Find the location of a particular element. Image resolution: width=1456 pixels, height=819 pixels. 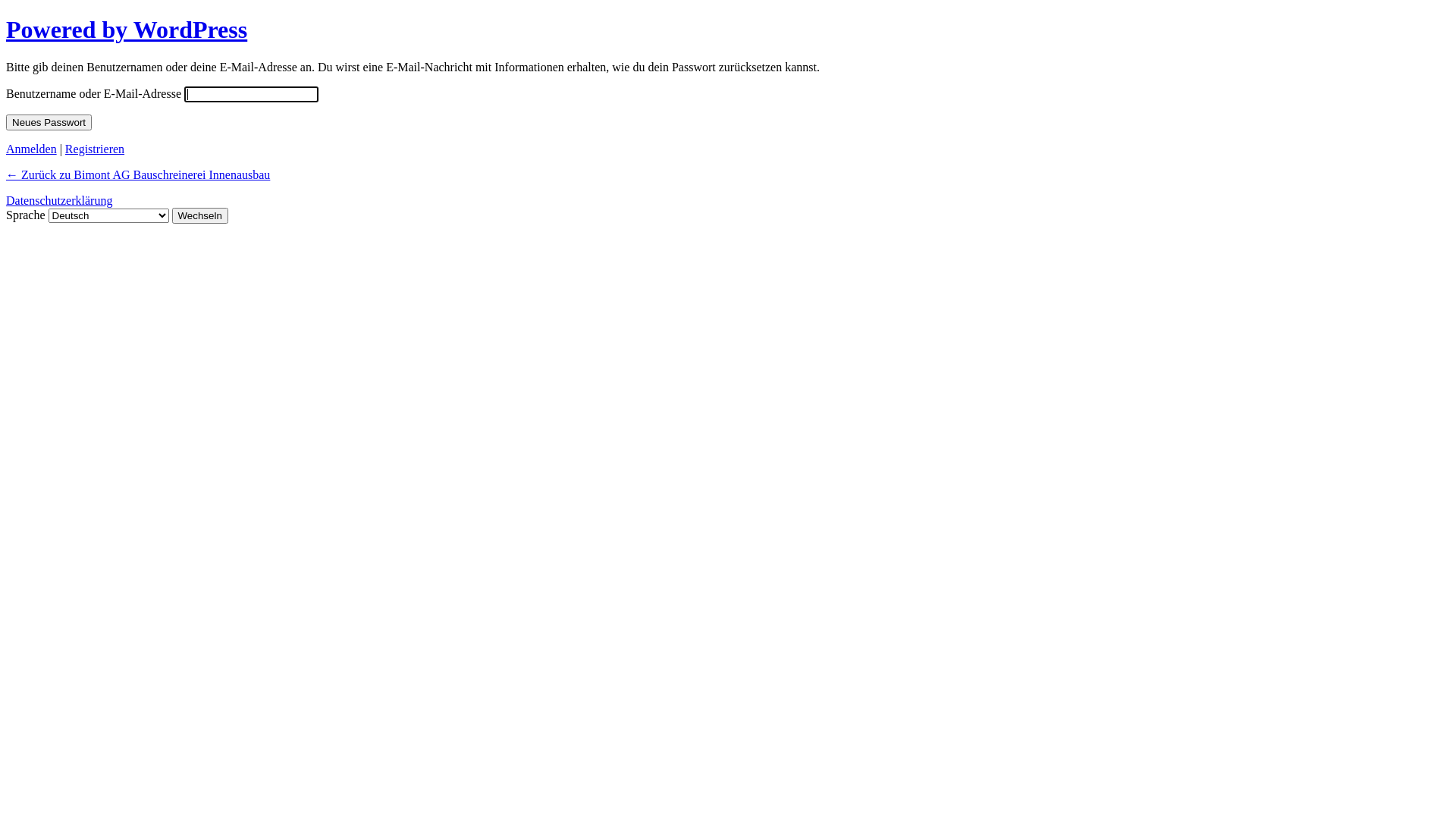

'Wechseln' is located at coordinates (171, 215).